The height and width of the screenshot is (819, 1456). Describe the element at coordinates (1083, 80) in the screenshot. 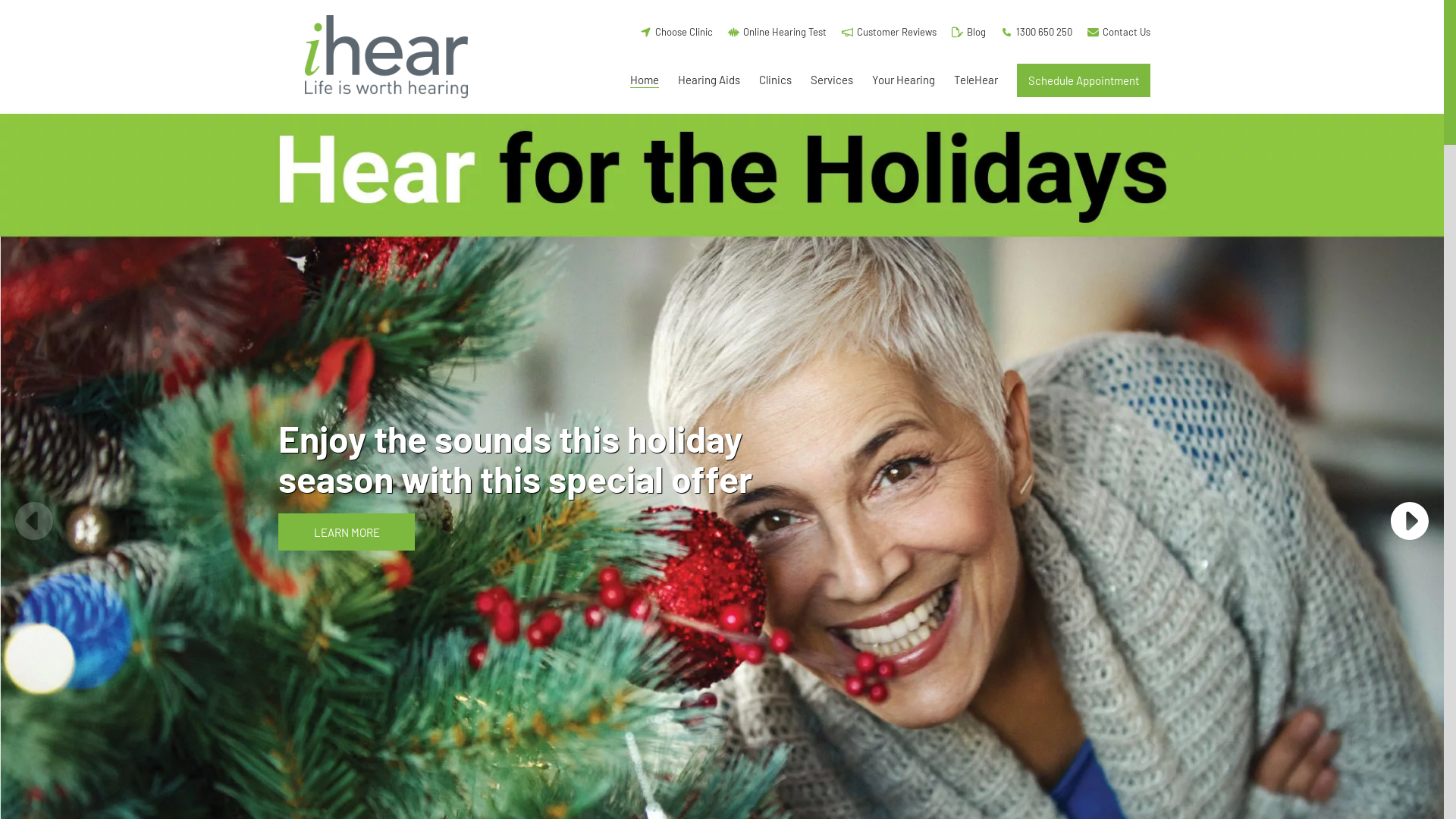

I see `'Schedule Appointment'` at that location.